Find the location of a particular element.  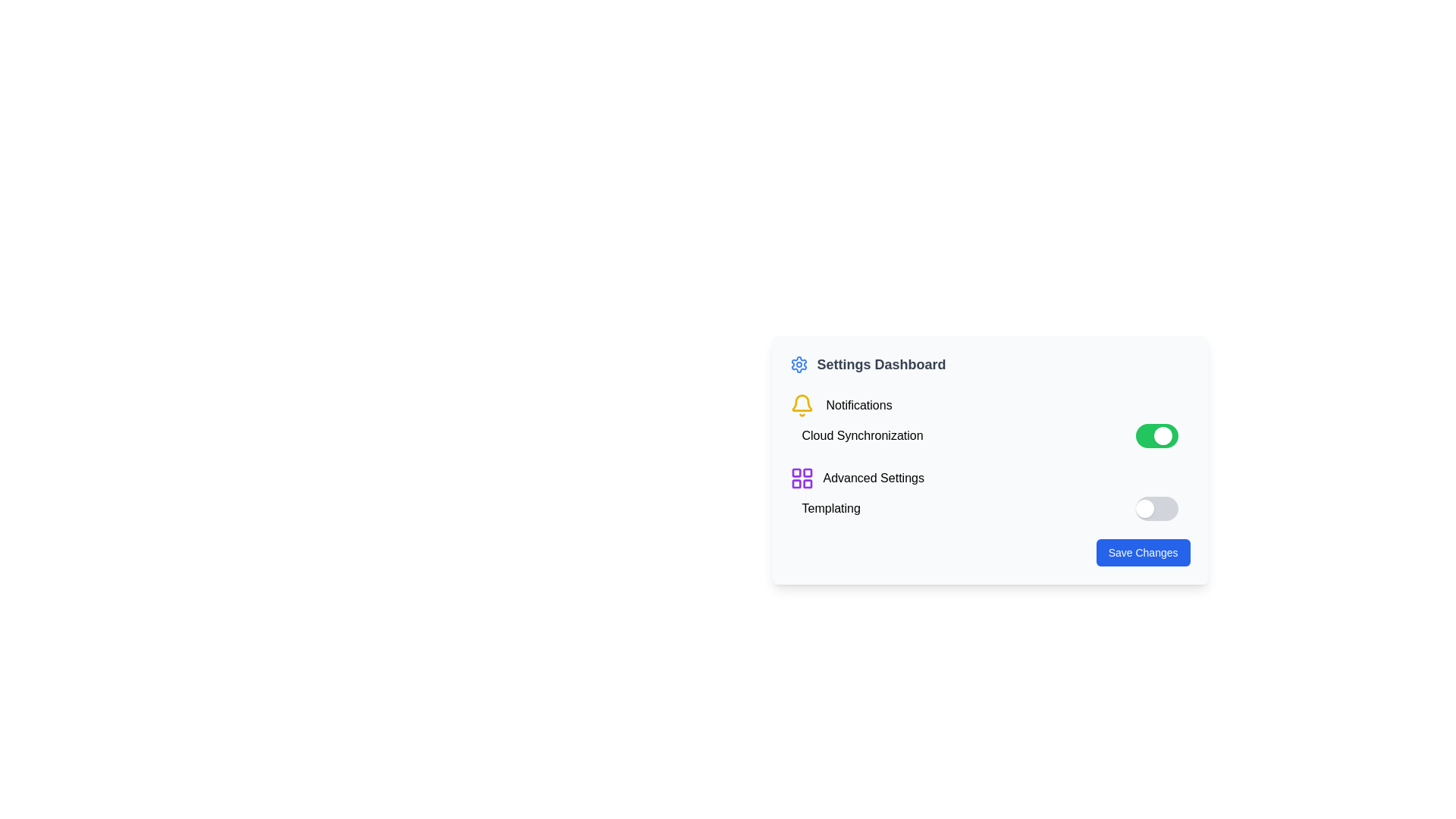

the purple grid icon located to the left of the label 'Advanced Settings' in the third row of the menu items in the settings panel is located at coordinates (801, 479).